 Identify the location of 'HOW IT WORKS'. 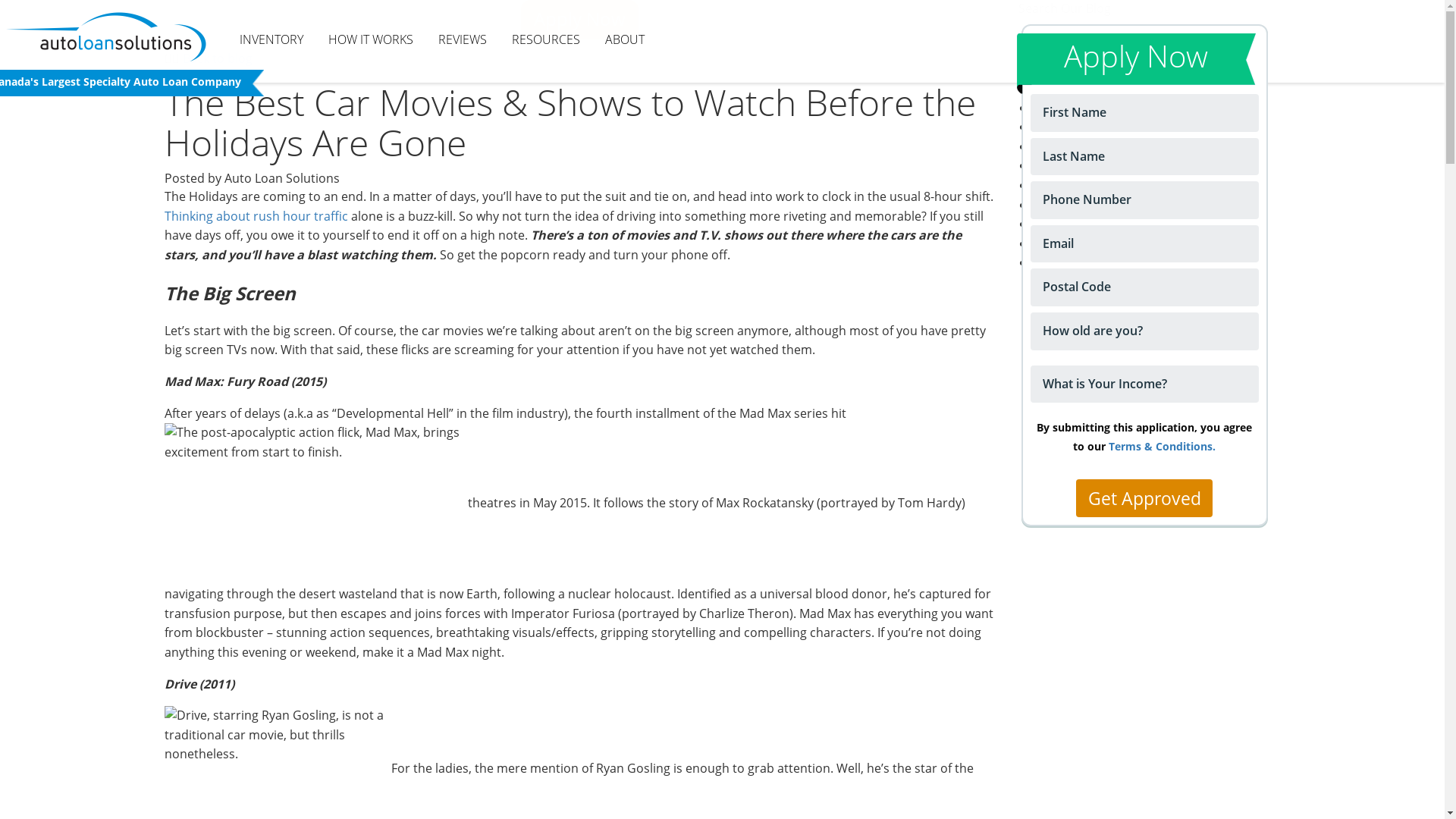
(371, 39).